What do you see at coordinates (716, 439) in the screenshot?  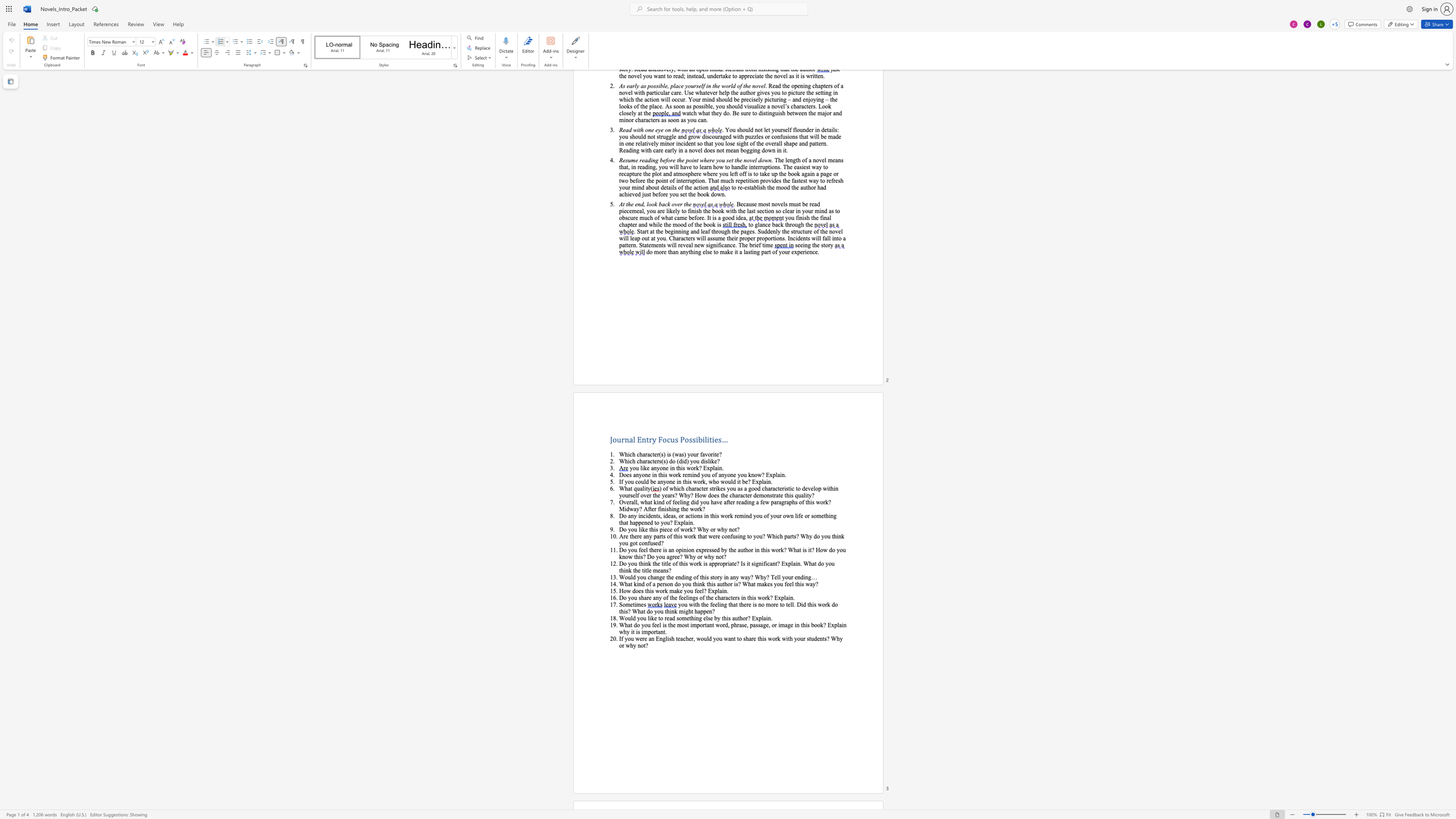 I see `the 1th character "e" in the text` at bounding box center [716, 439].